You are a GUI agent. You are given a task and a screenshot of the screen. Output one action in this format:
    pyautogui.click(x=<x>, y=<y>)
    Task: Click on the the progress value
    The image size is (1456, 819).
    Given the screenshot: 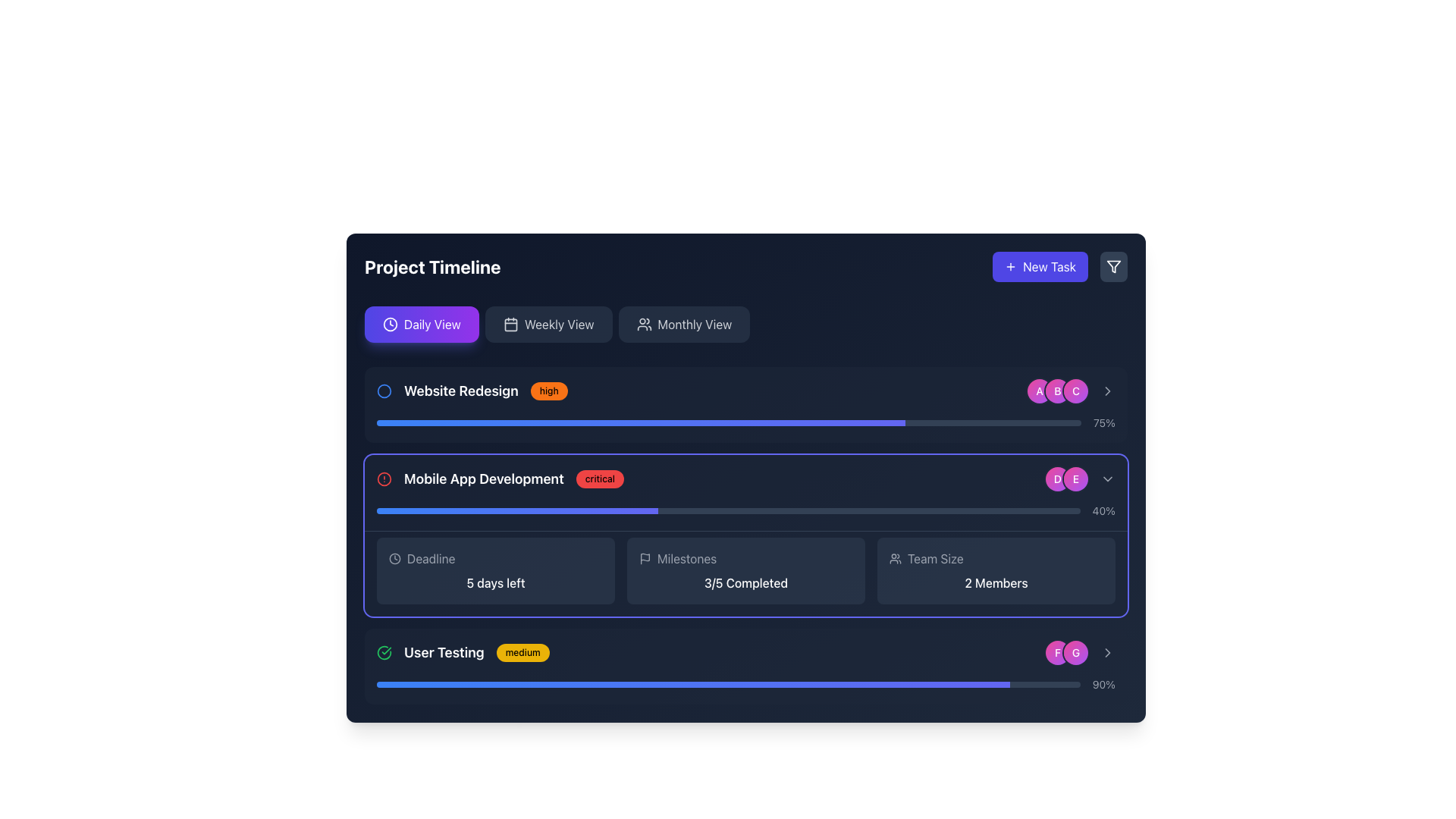 What is the action you would take?
    pyautogui.click(x=782, y=684)
    